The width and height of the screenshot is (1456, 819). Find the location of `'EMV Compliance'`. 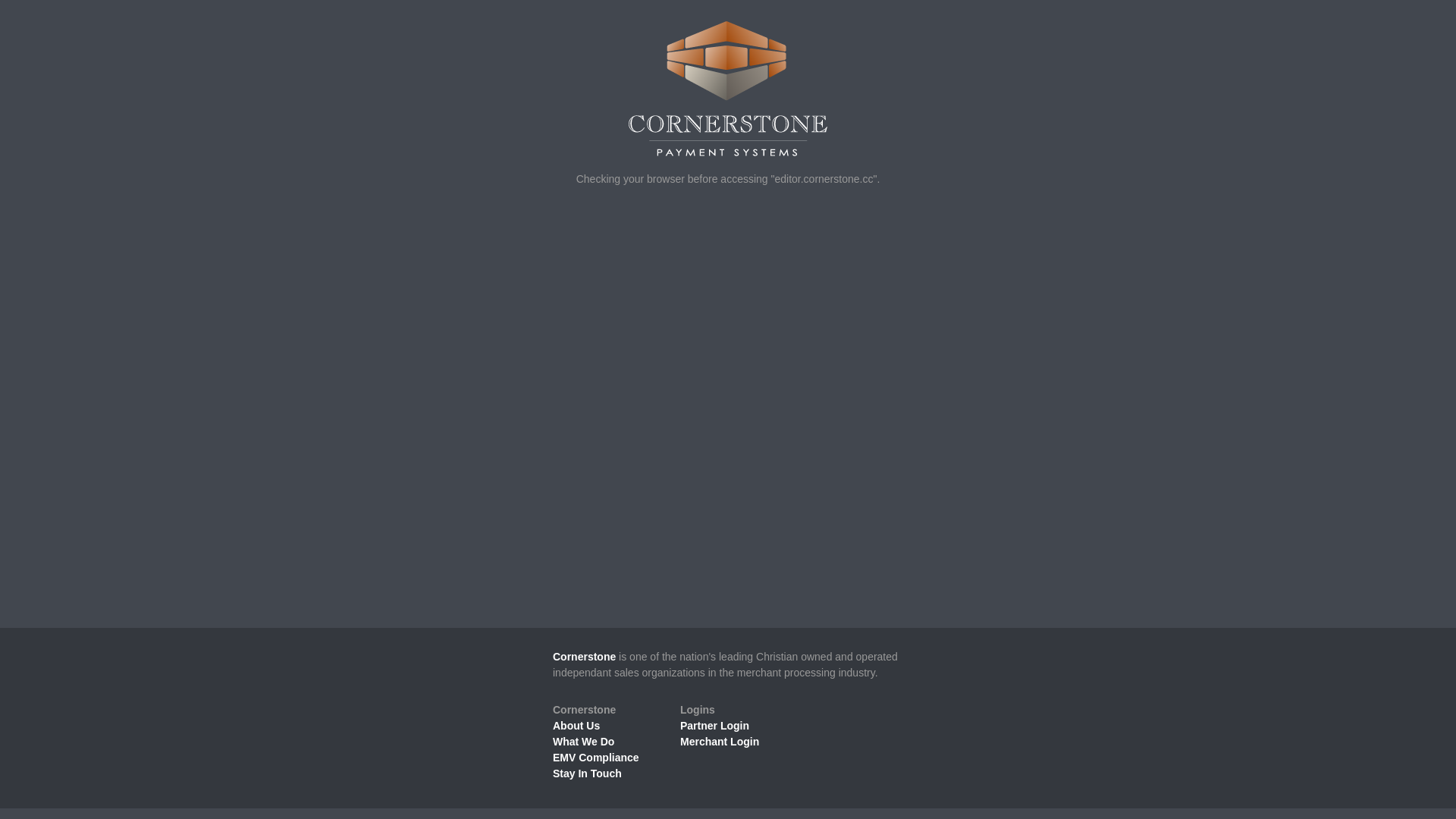

'EMV Compliance' is located at coordinates (595, 758).